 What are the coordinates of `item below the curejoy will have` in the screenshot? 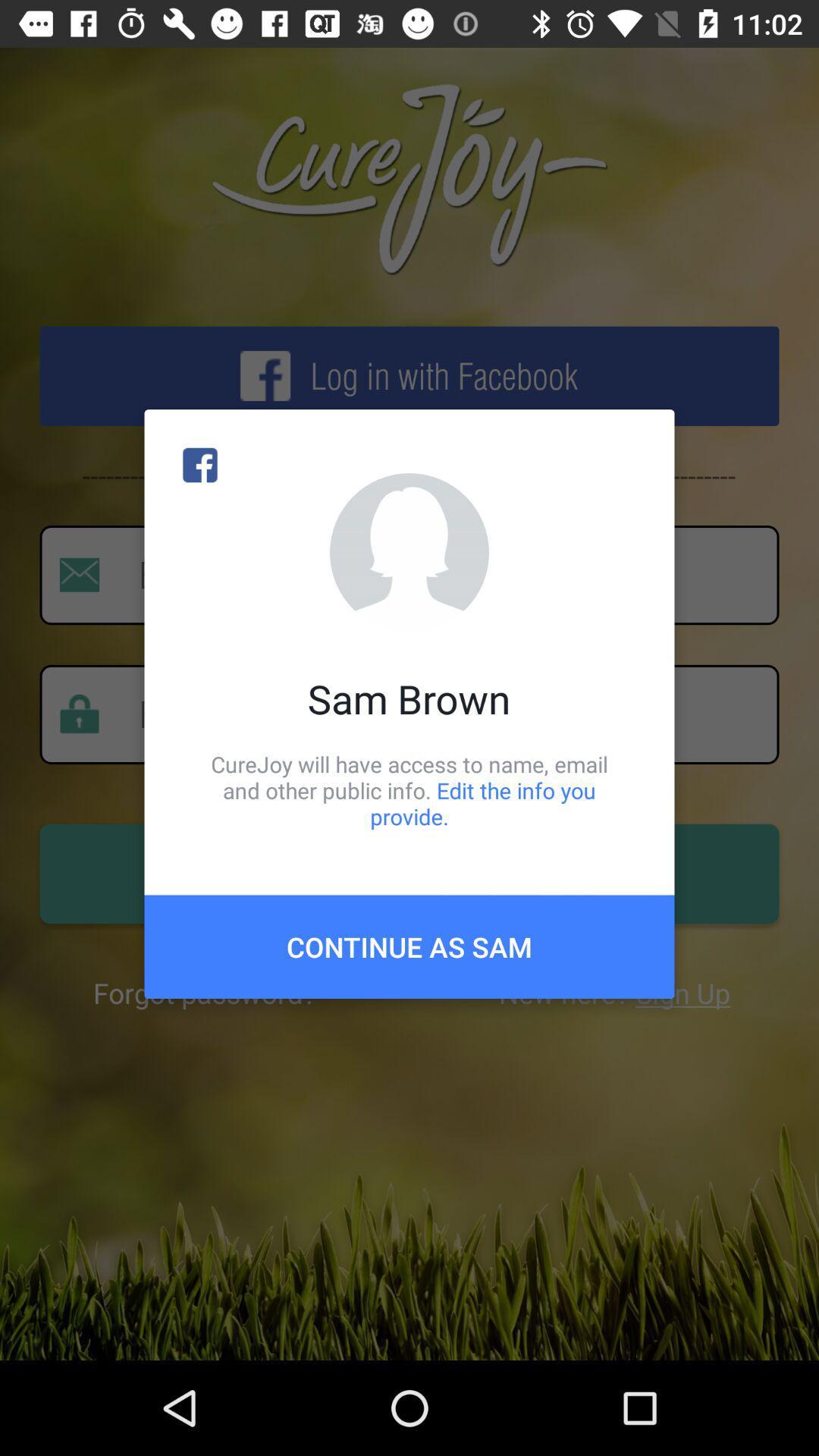 It's located at (409, 946).